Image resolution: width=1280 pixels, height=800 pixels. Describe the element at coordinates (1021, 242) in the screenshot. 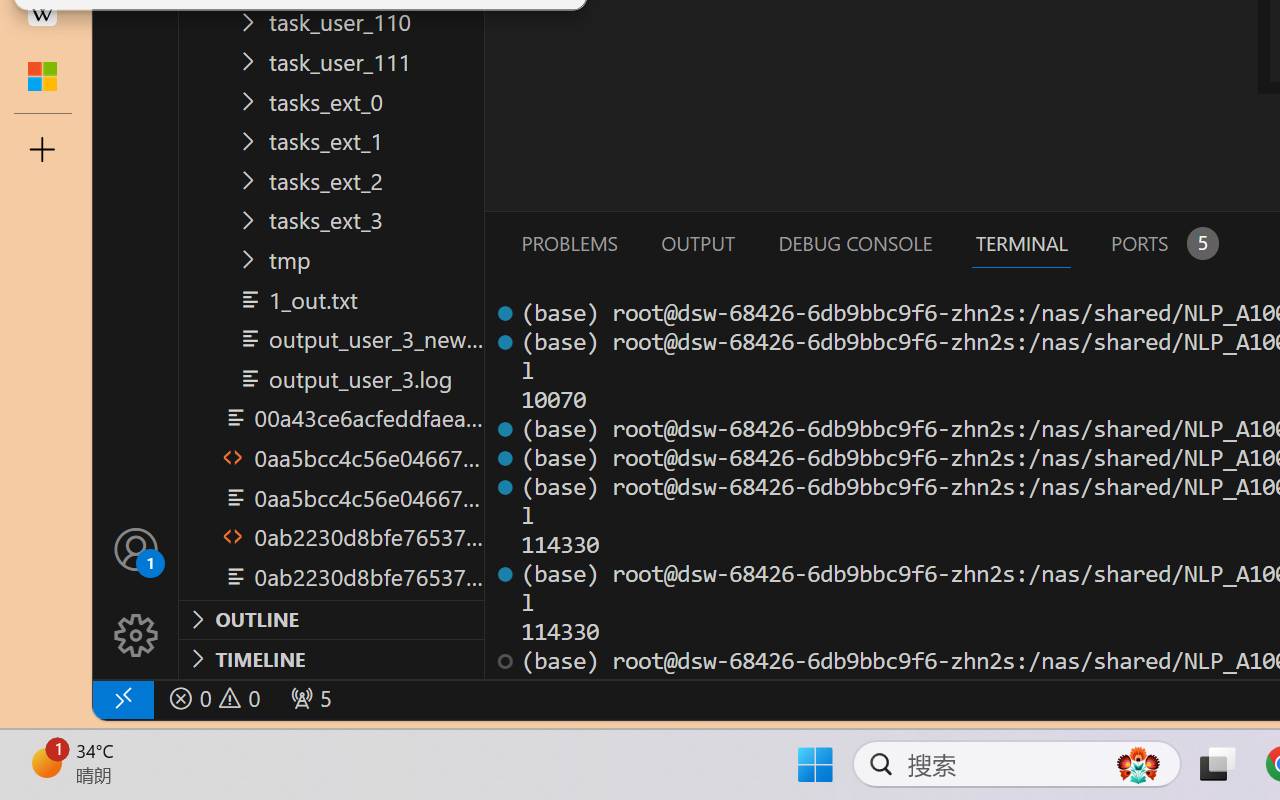

I see `'Terminal (Ctrl+`)'` at that location.